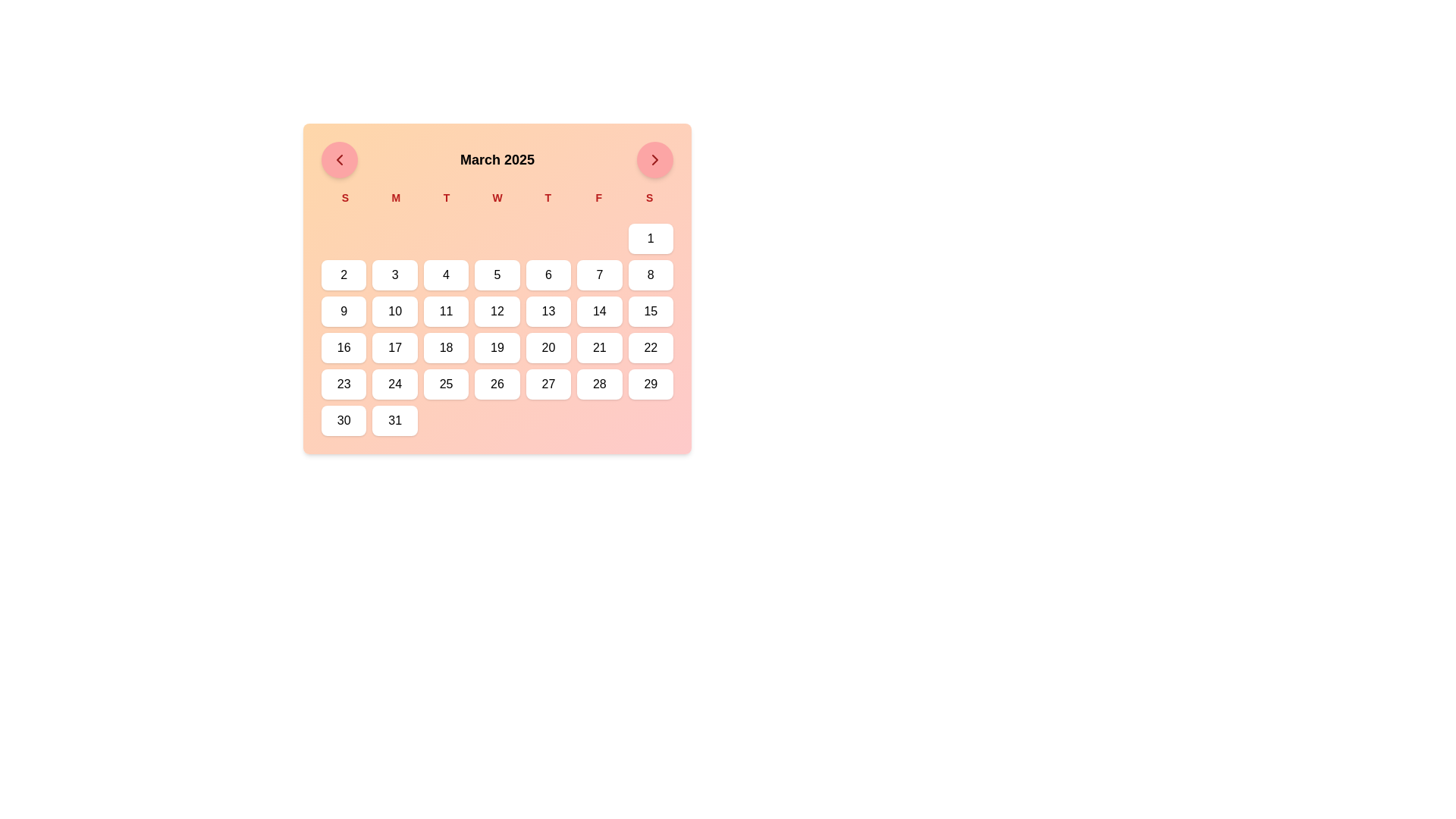 Image resolution: width=1456 pixels, height=819 pixels. What do you see at coordinates (547, 197) in the screenshot?
I see `the text label representing Thursday, which is the fifth item in the sequence of days of the week, located in the top section of the calendar` at bounding box center [547, 197].